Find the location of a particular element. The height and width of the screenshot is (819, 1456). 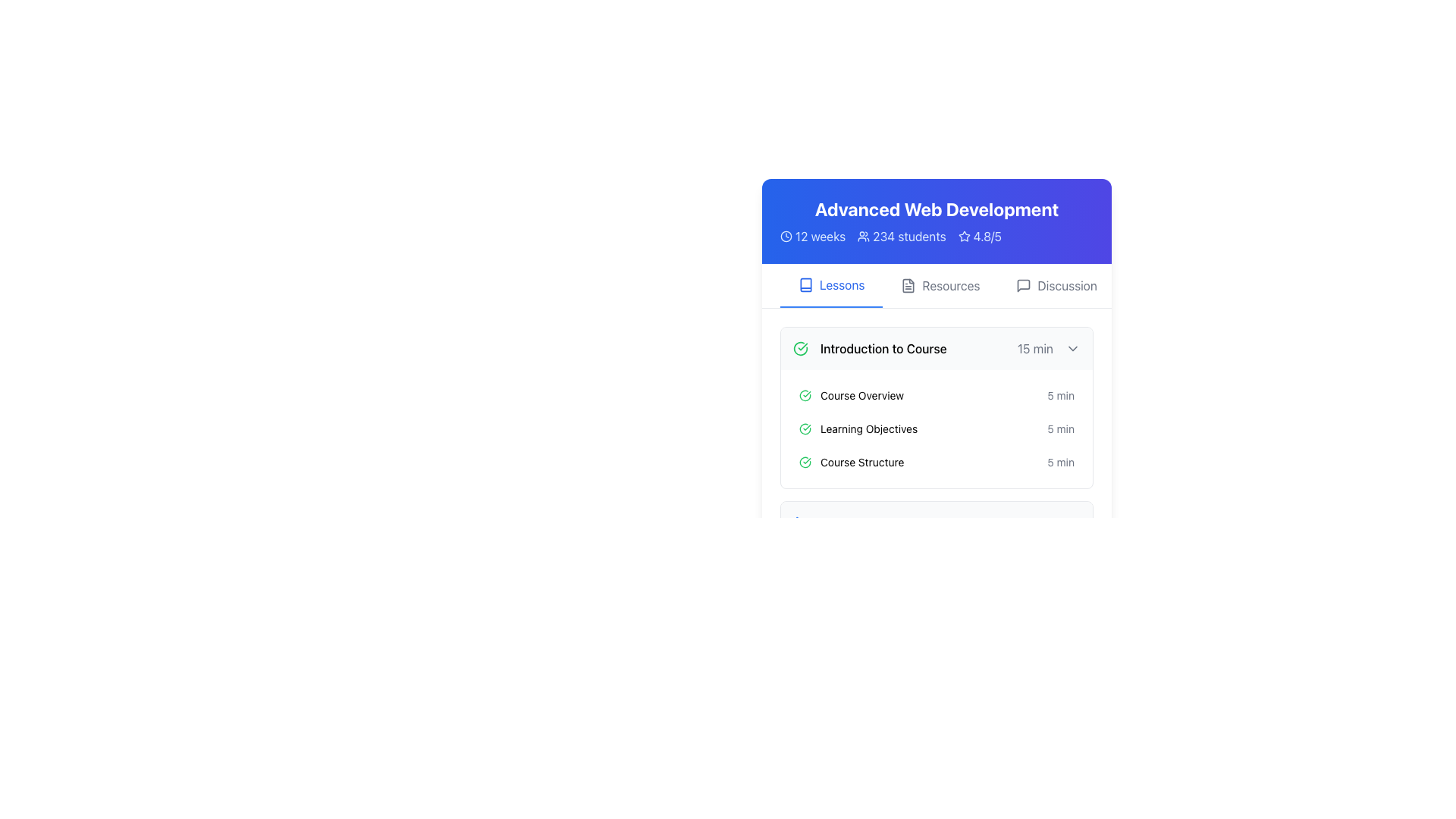

the second list item titled 'Learning Objectives' in the course section is located at coordinates (936, 429).